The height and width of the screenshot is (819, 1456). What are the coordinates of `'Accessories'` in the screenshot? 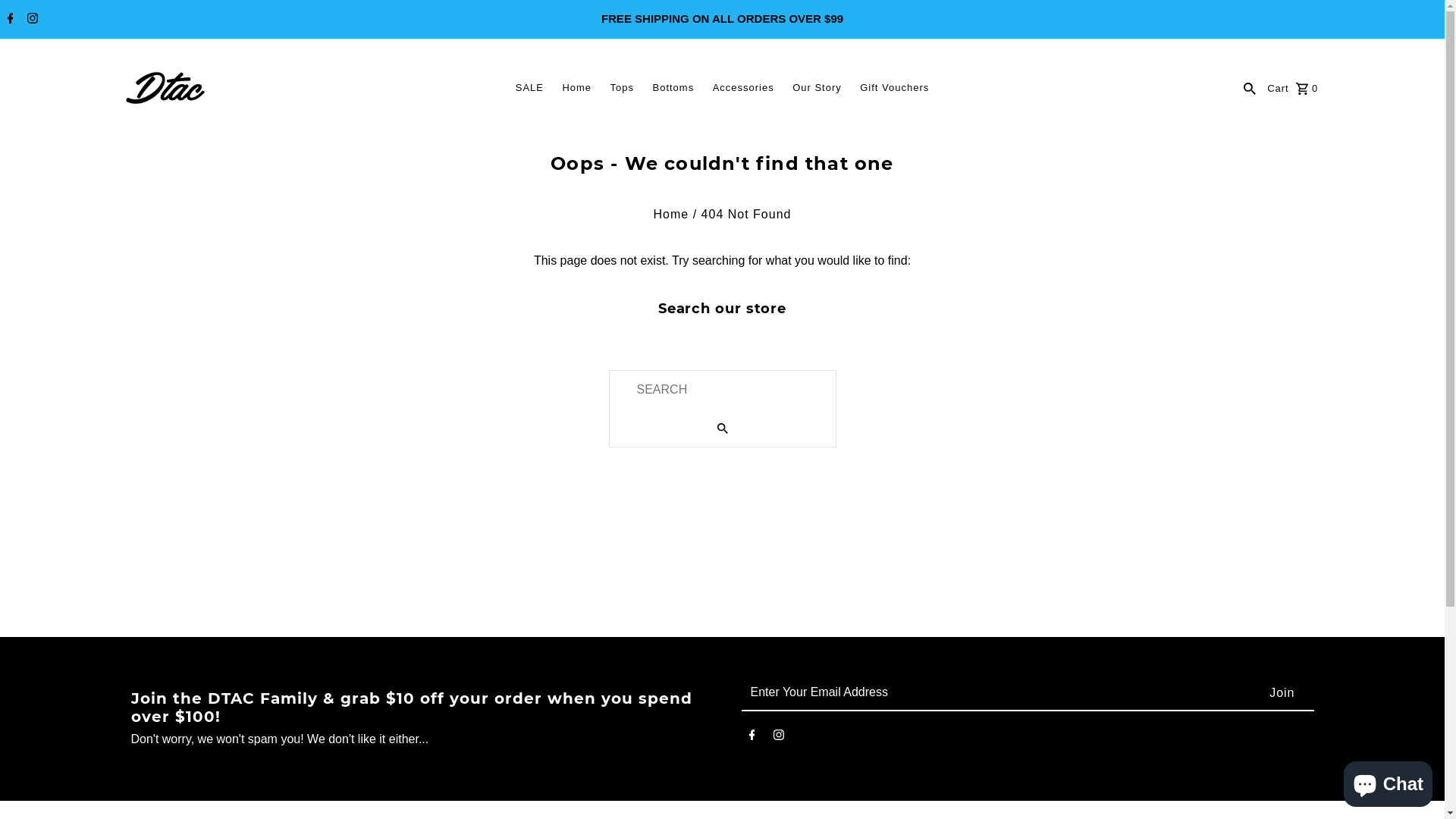 It's located at (743, 87).